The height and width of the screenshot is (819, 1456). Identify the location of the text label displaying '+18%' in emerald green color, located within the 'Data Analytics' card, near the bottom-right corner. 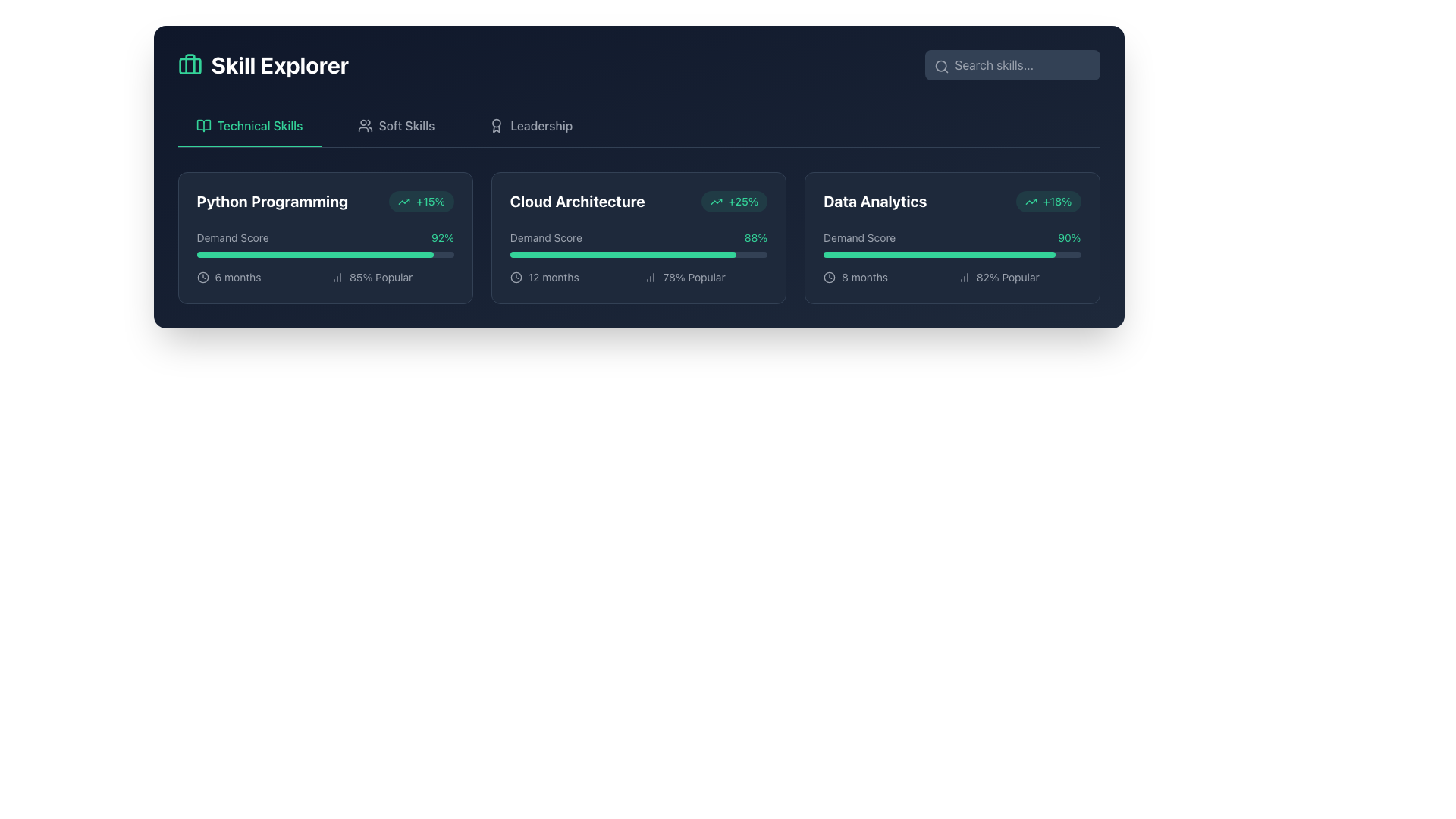
(1056, 201).